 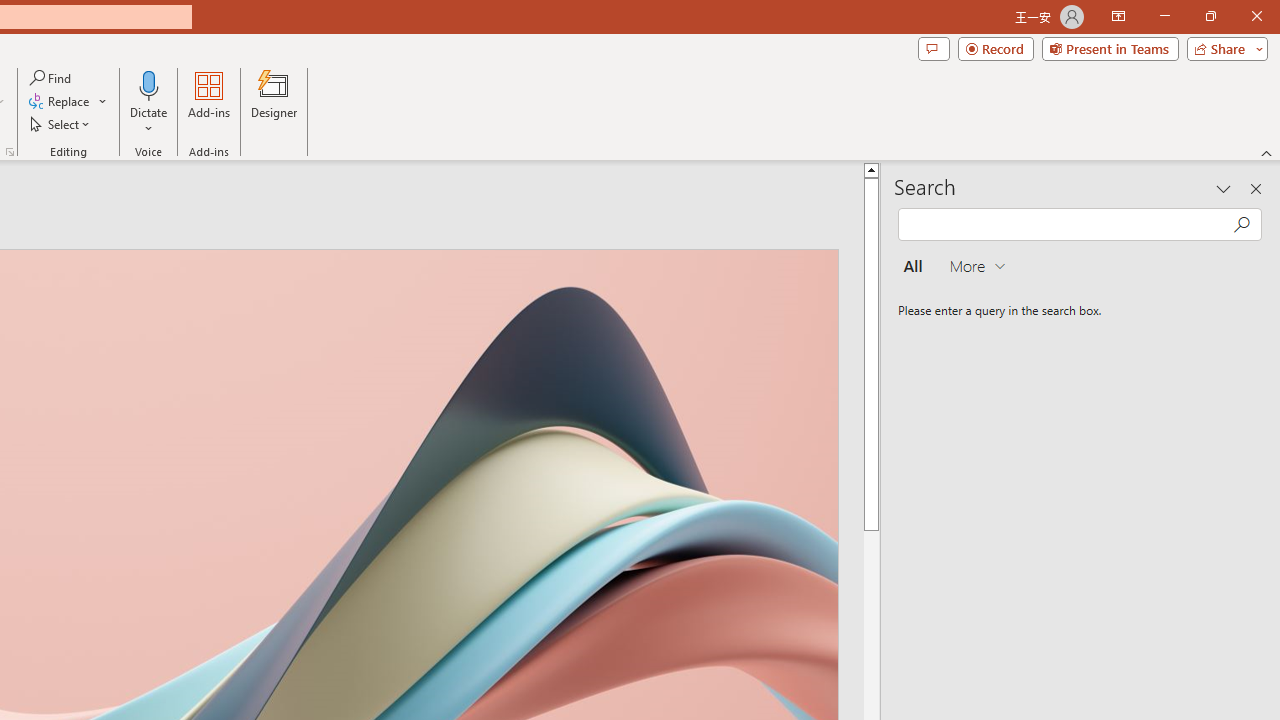 What do you see at coordinates (871, 168) in the screenshot?
I see `'Line up'` at bounding box center [871, 168].